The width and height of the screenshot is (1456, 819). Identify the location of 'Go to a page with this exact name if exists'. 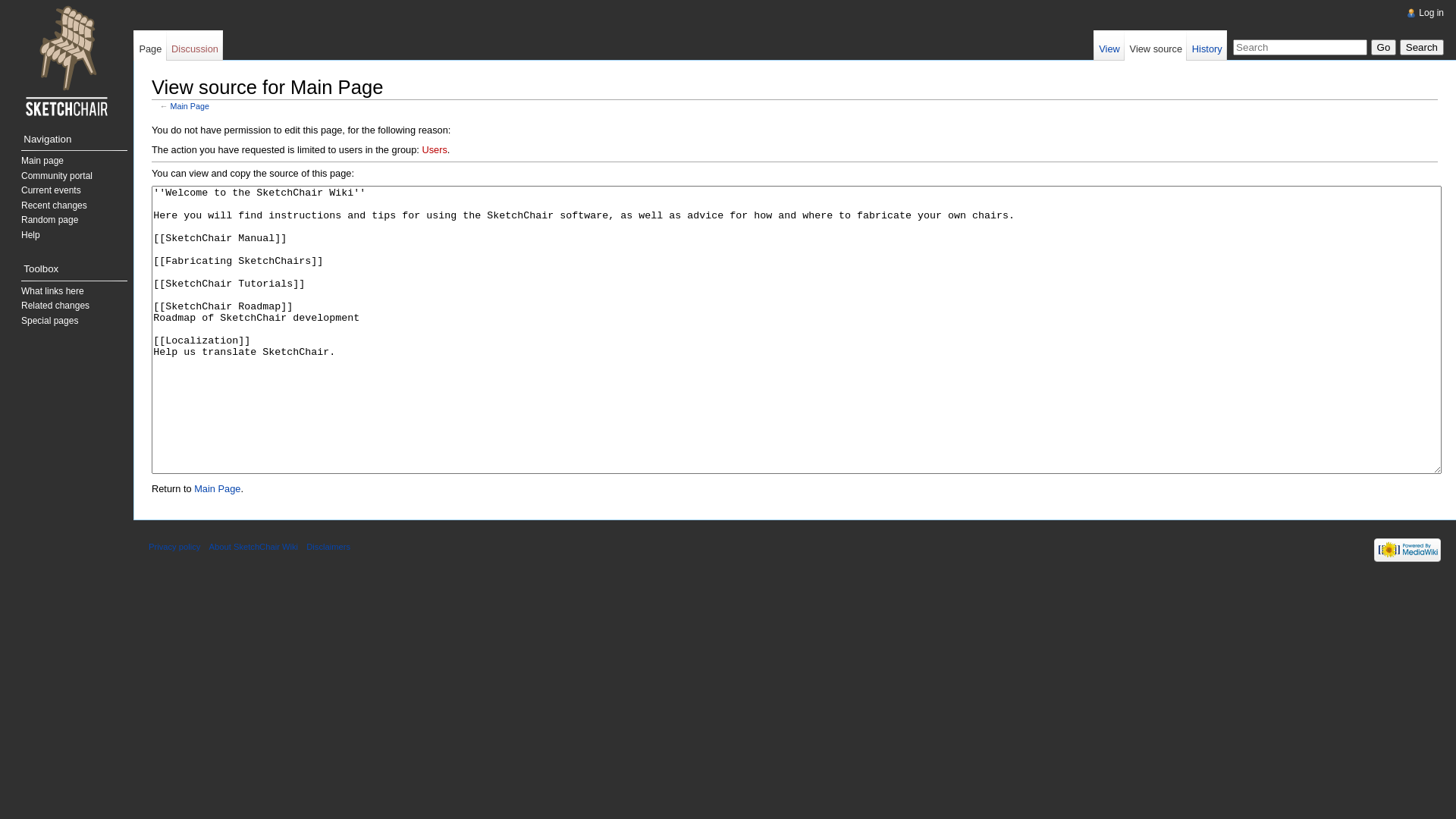
(1371, 46).